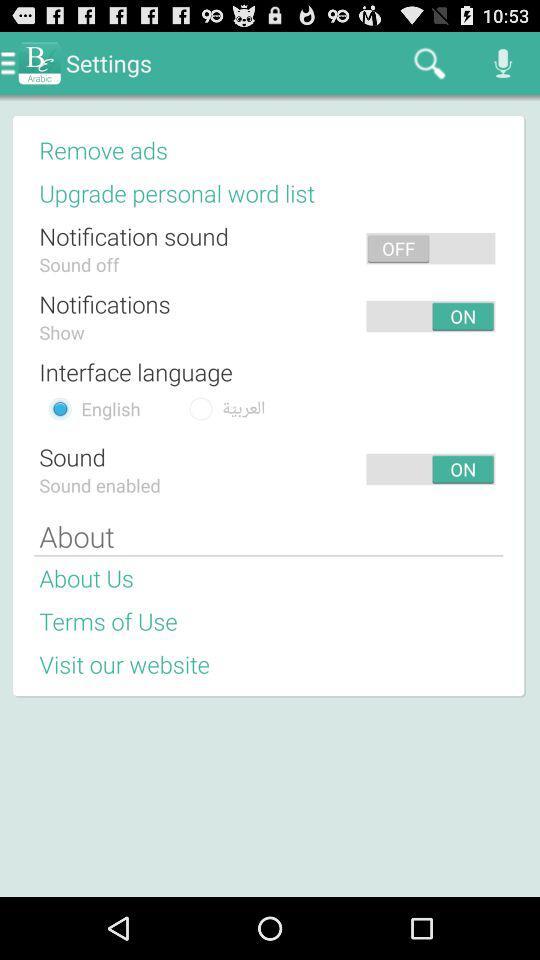 This screenshot has height=960, width=540. Describe the element at coordinates (104, 303) in the screenshot. I see `the notifications app` at that location.